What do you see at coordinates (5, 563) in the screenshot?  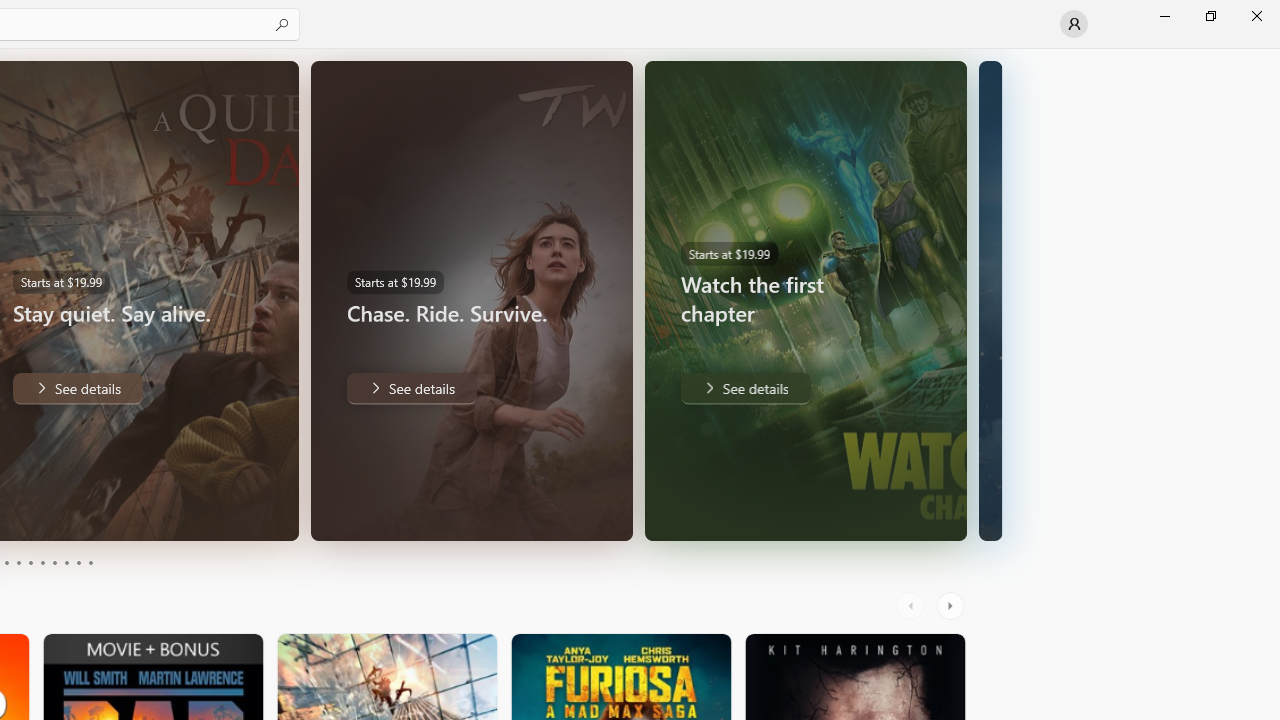 I see `'Page 3'` at bounding box center [5, 563].